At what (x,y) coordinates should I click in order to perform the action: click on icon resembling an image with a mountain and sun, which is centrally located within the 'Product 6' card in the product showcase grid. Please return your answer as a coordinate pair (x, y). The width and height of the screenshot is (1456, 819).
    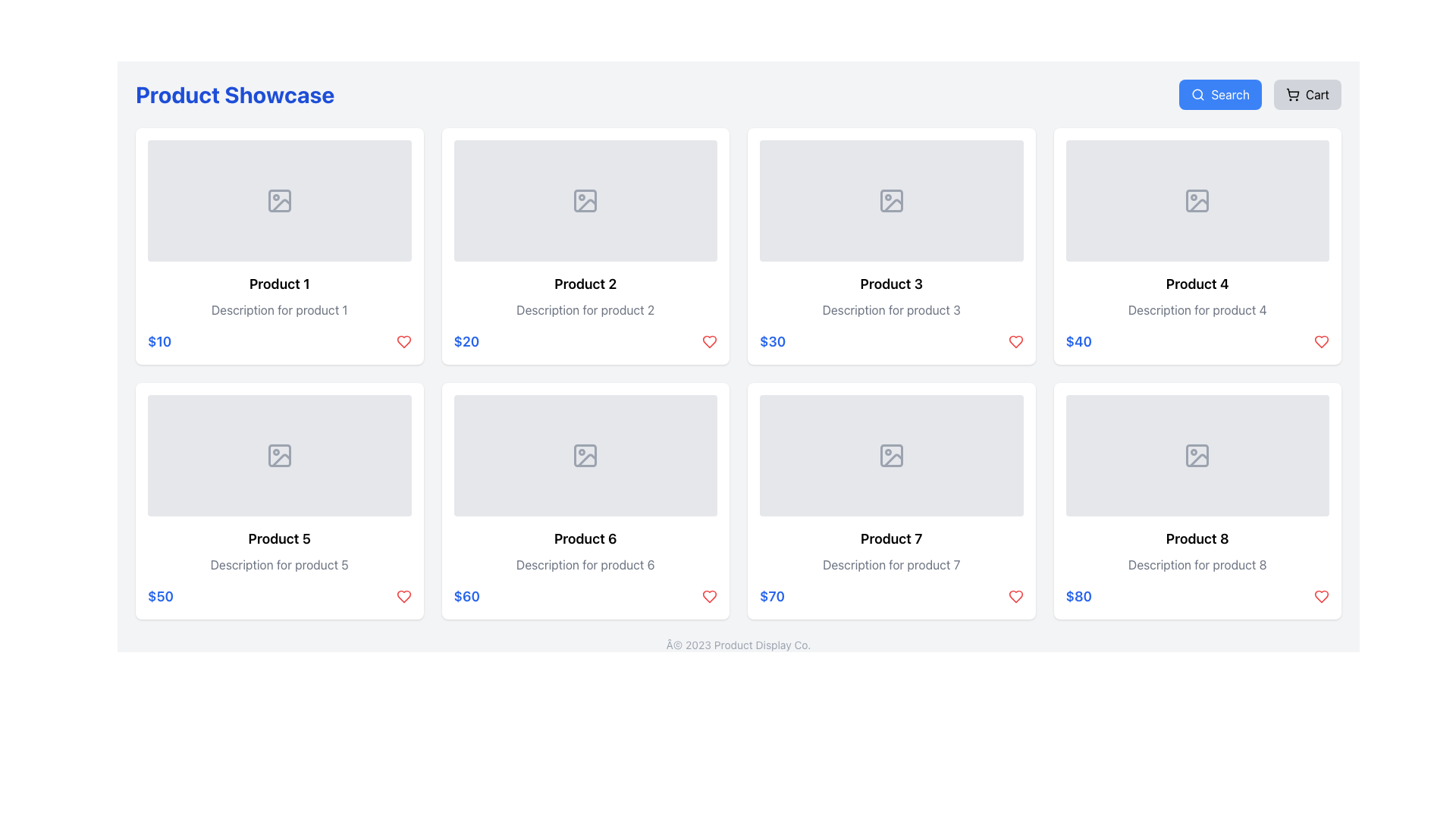
    Looking at the image, I should click on (585, 455).